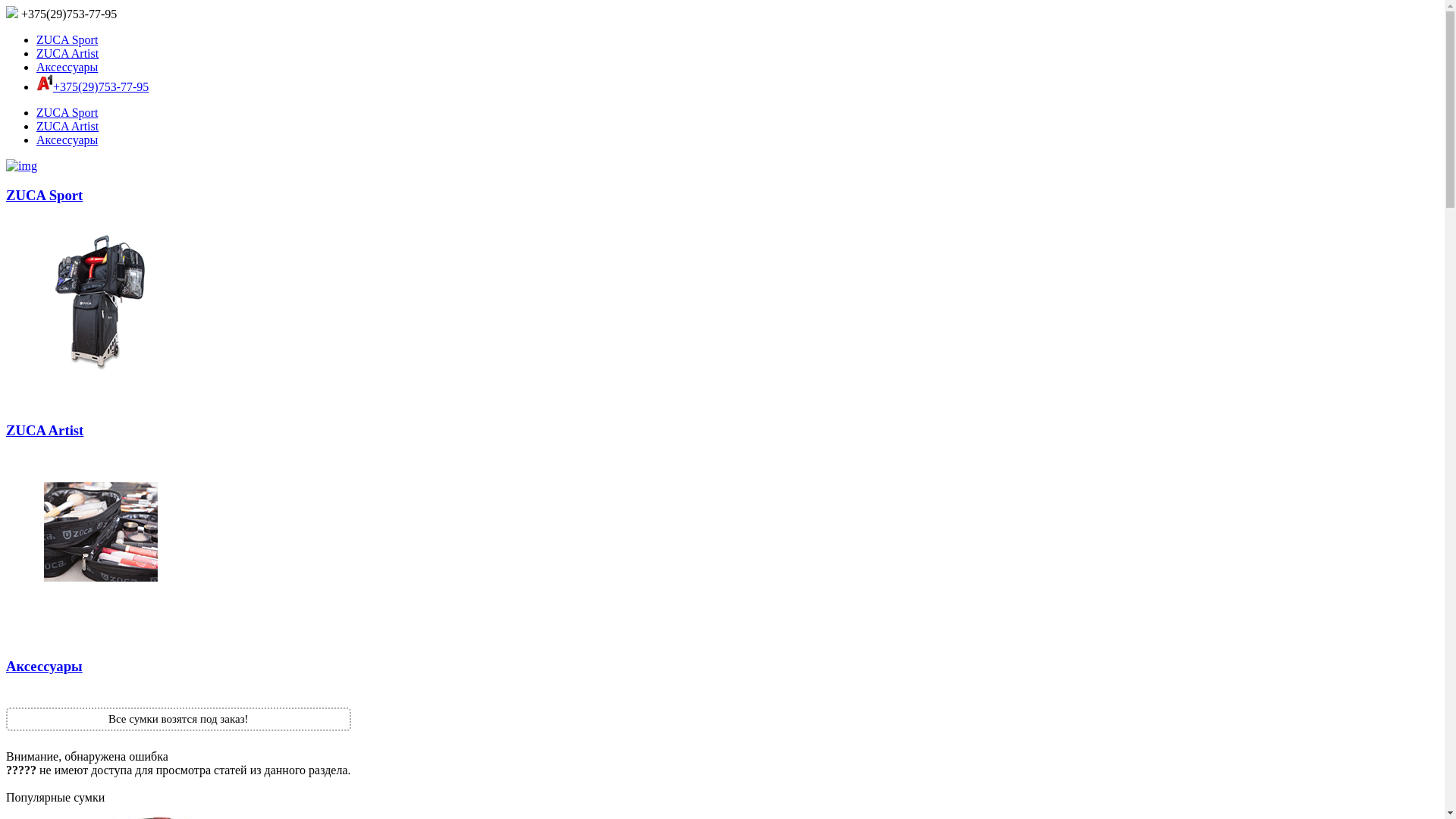 This screenshot has width=1456, height=819. Describe the element at coordinates (36, 52) in the screenshot. I see `'ZUCA Artist'` at that location.